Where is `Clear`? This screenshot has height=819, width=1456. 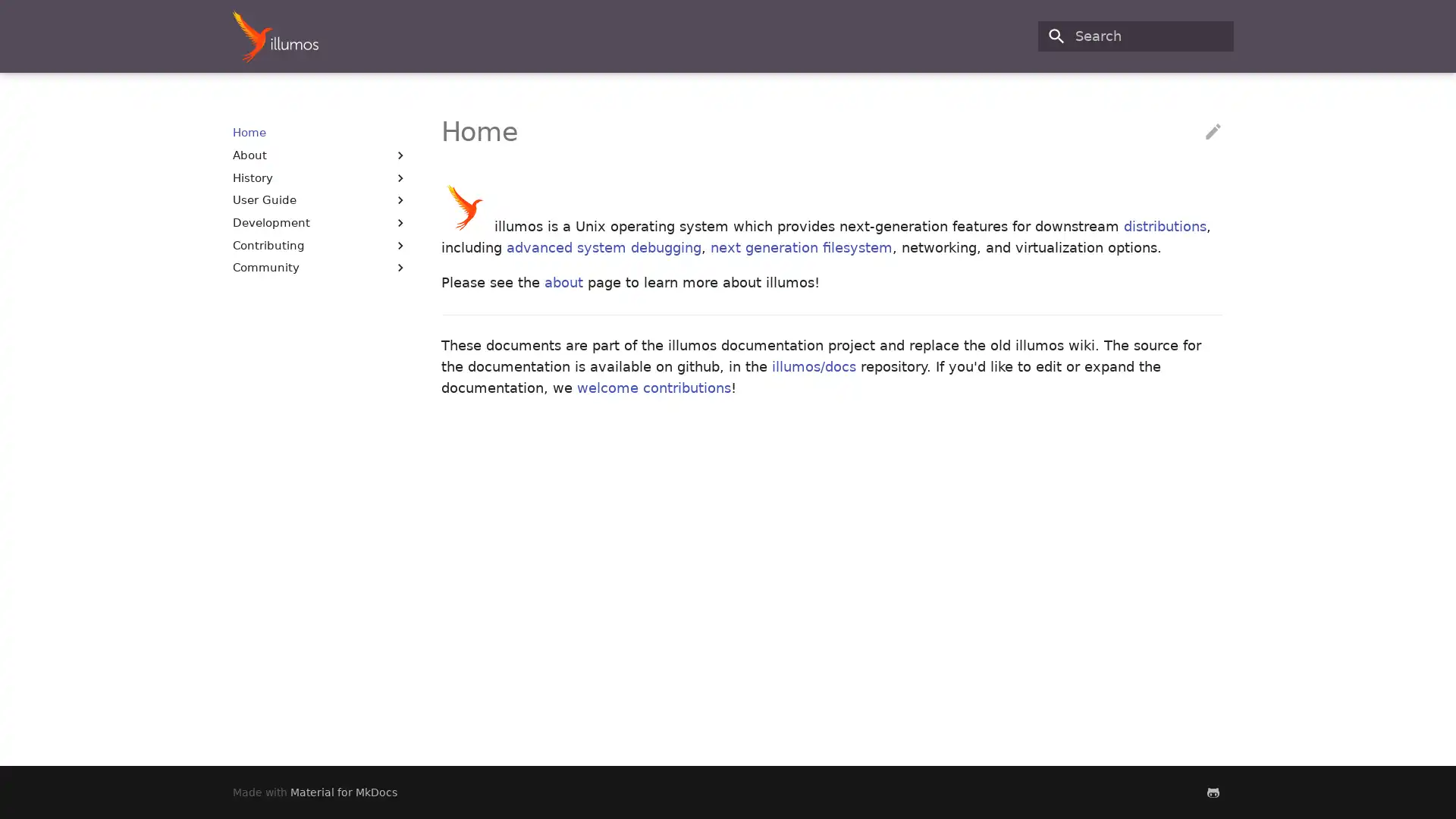
Clear is located at coordinates (1215, 35).